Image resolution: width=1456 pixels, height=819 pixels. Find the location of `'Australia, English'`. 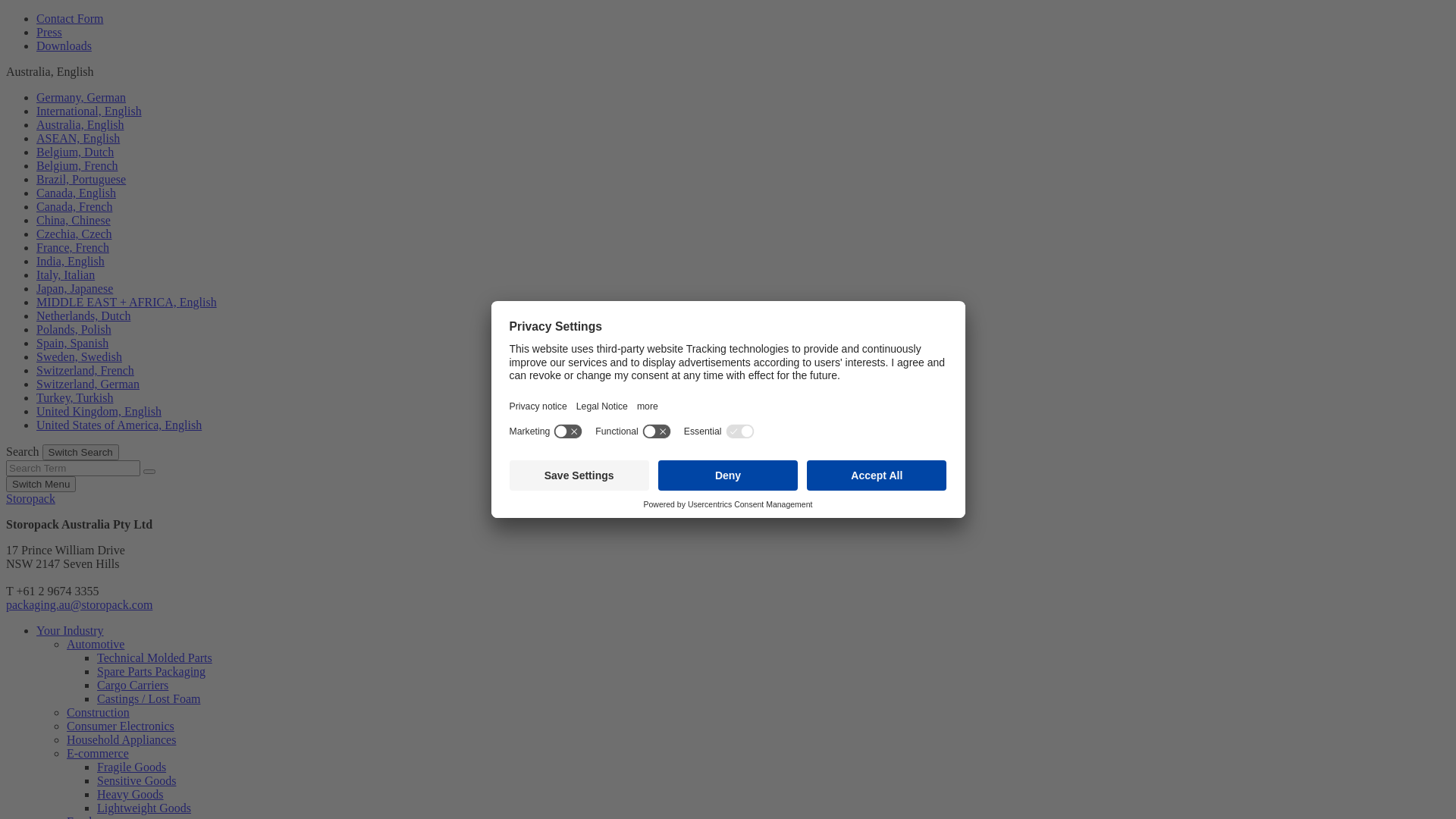

'Australia, English' is located at coordinates (36, 124).